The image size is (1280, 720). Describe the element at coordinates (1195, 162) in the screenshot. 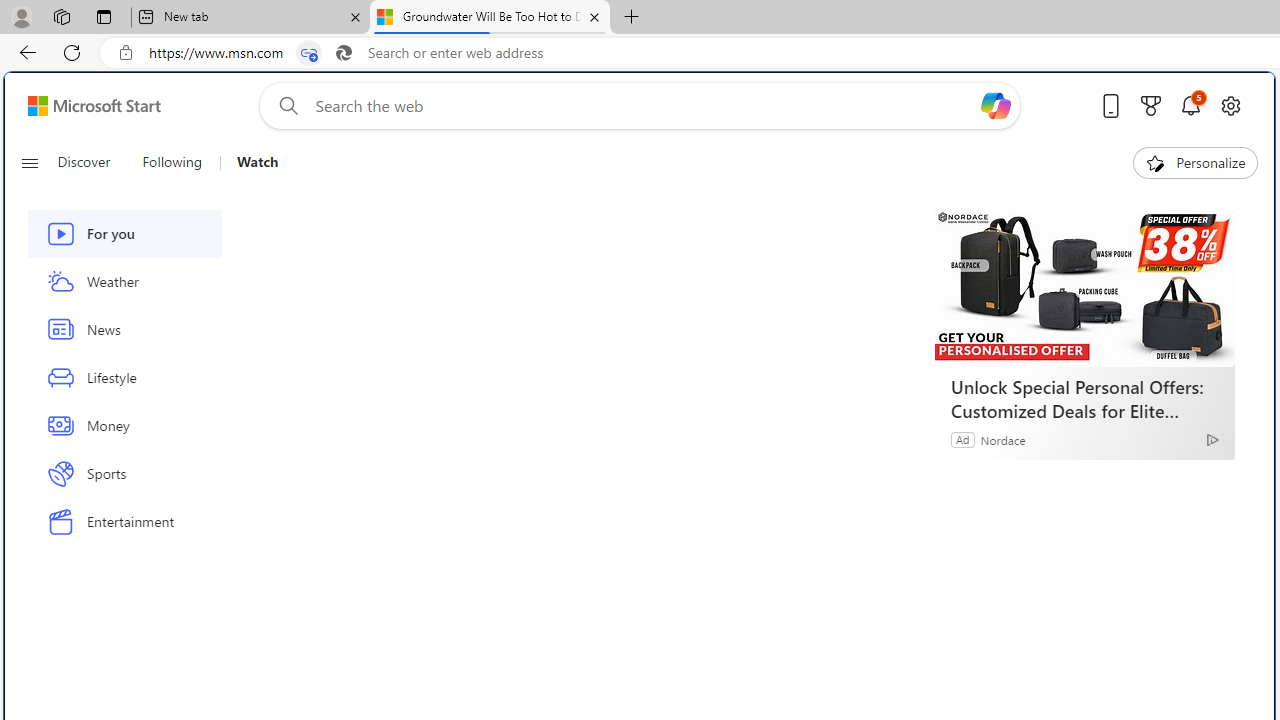

I see `'Personalize'` at that location.